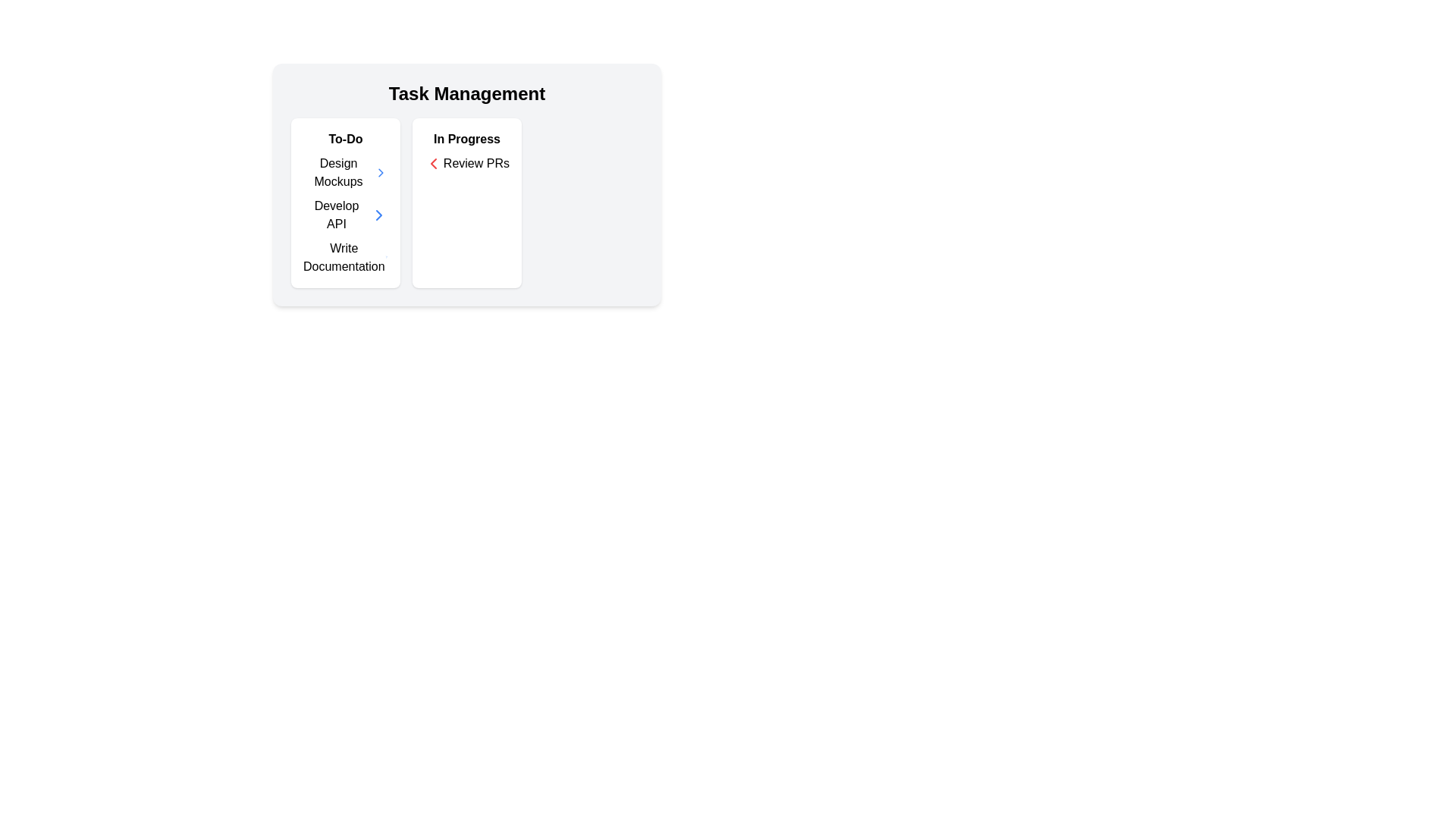 Image resolution: width=1456 pixels, height=819 pixels. What do you see at coordinates (475, 164) in the screenshot?
I see `the 'Review PRs' text label within the 'In Progress' section of the Task Management interface` at bounding box center [475, 164].